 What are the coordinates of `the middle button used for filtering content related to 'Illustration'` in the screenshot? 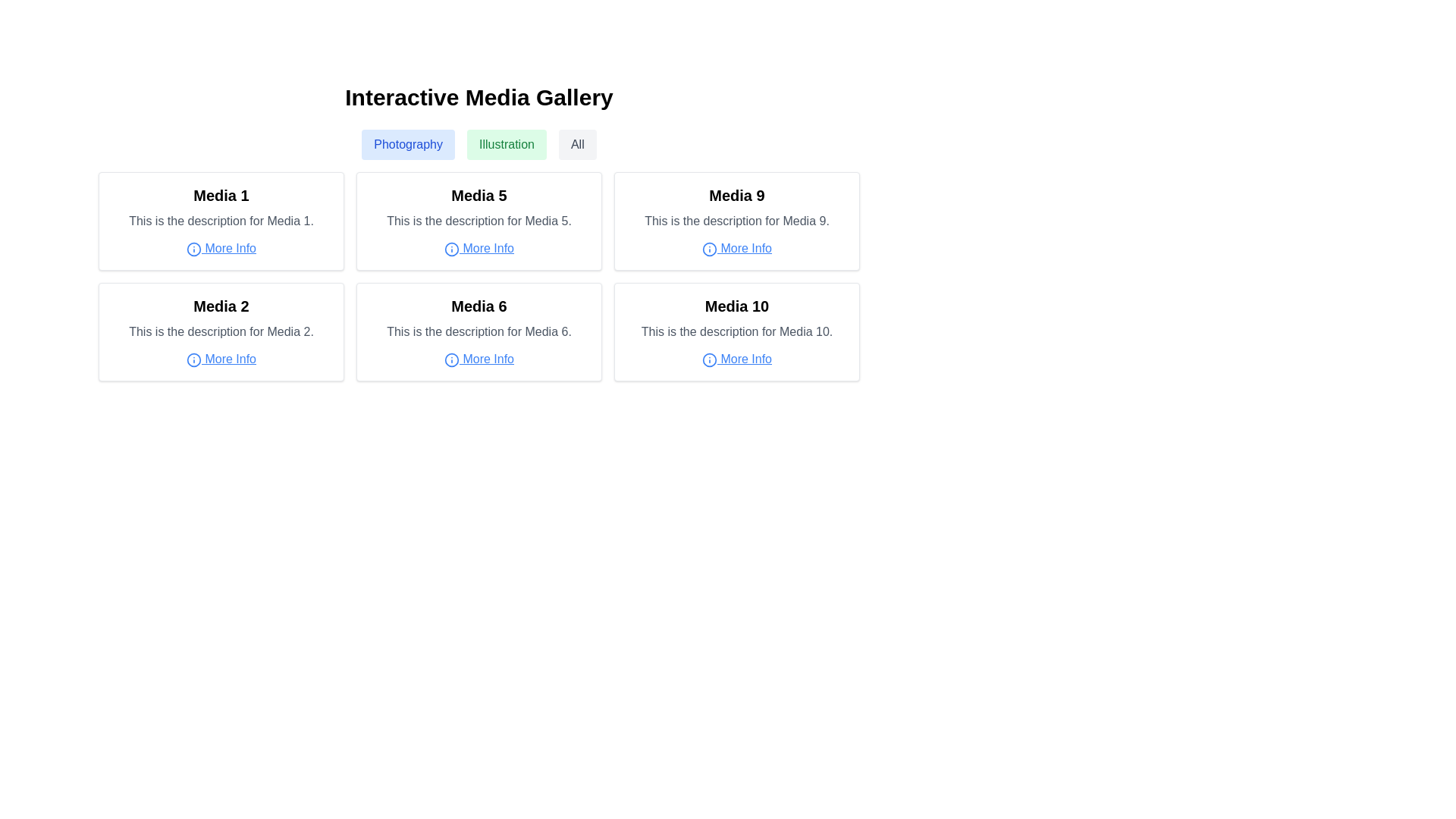 It's located at (507, 145).